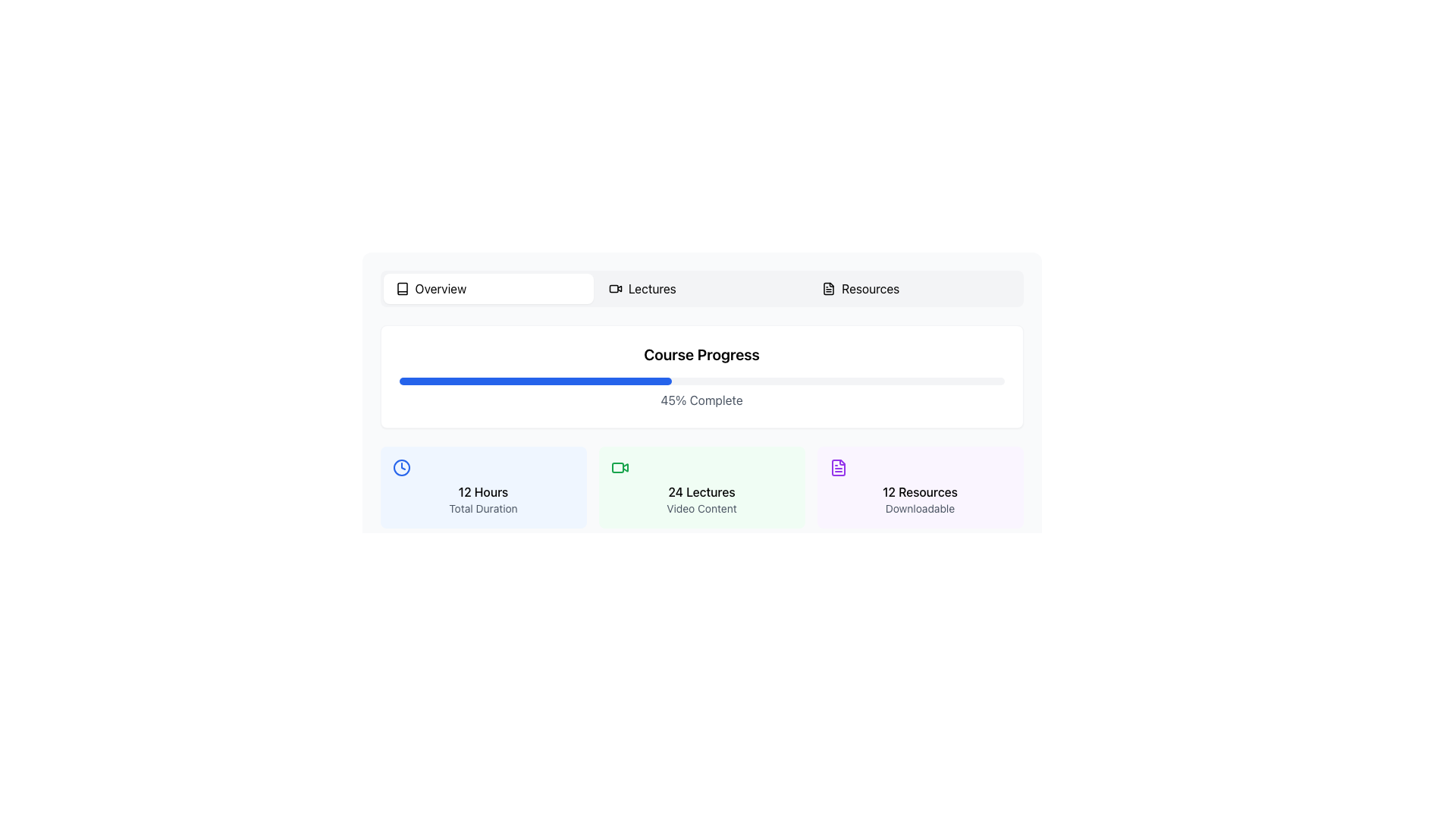 The width and height of the screenshot is (1456, 819). Describe the element at coordinates (402, 289) in the screenshot. I see `the small, book-shaped icon represented by a minimalistic, line-based graphic style located within the 'Overview' tab of the navigation area` at that location.